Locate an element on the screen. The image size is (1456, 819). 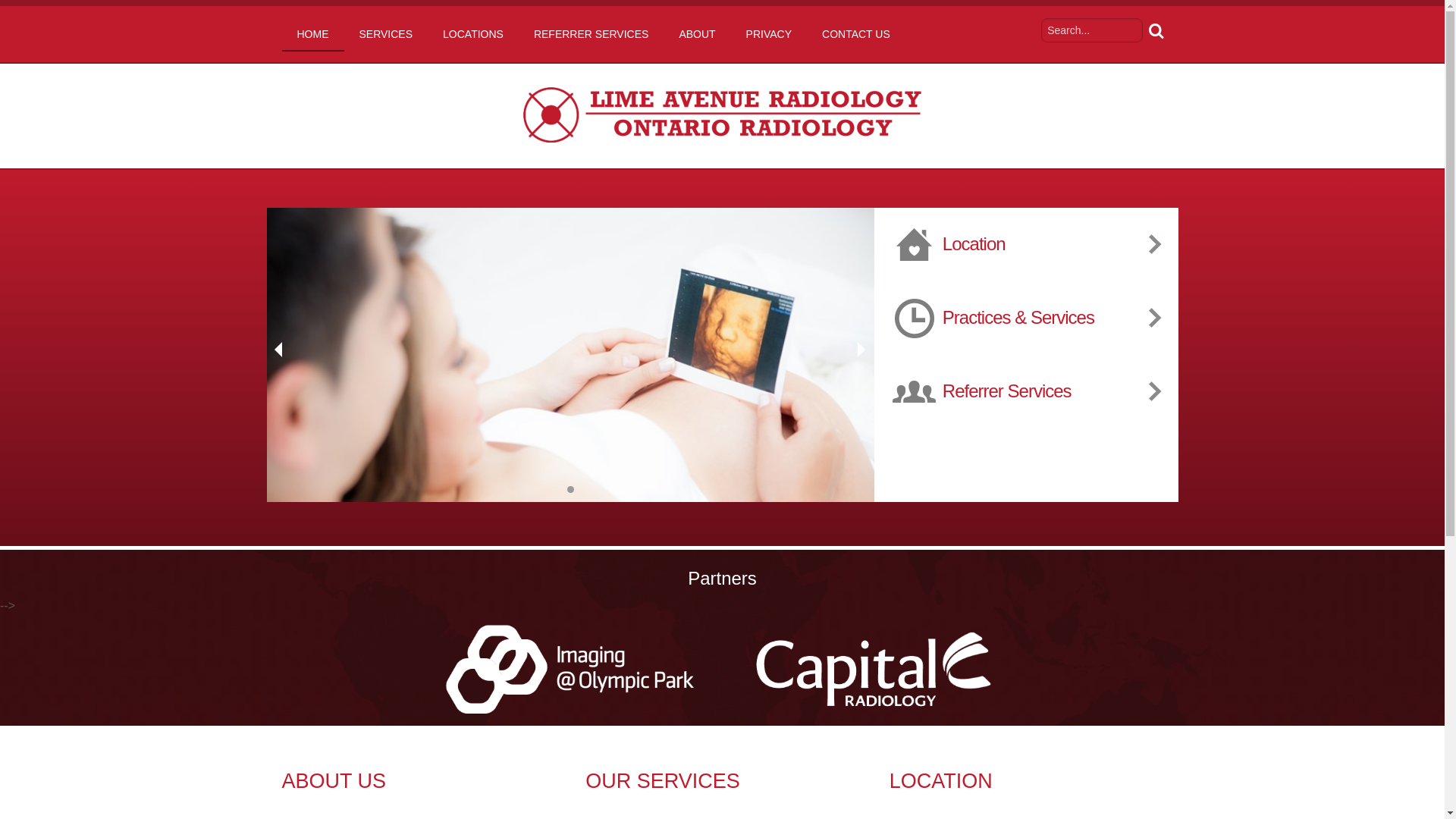
'PRIVACY' is located at coordinates (768, 34).